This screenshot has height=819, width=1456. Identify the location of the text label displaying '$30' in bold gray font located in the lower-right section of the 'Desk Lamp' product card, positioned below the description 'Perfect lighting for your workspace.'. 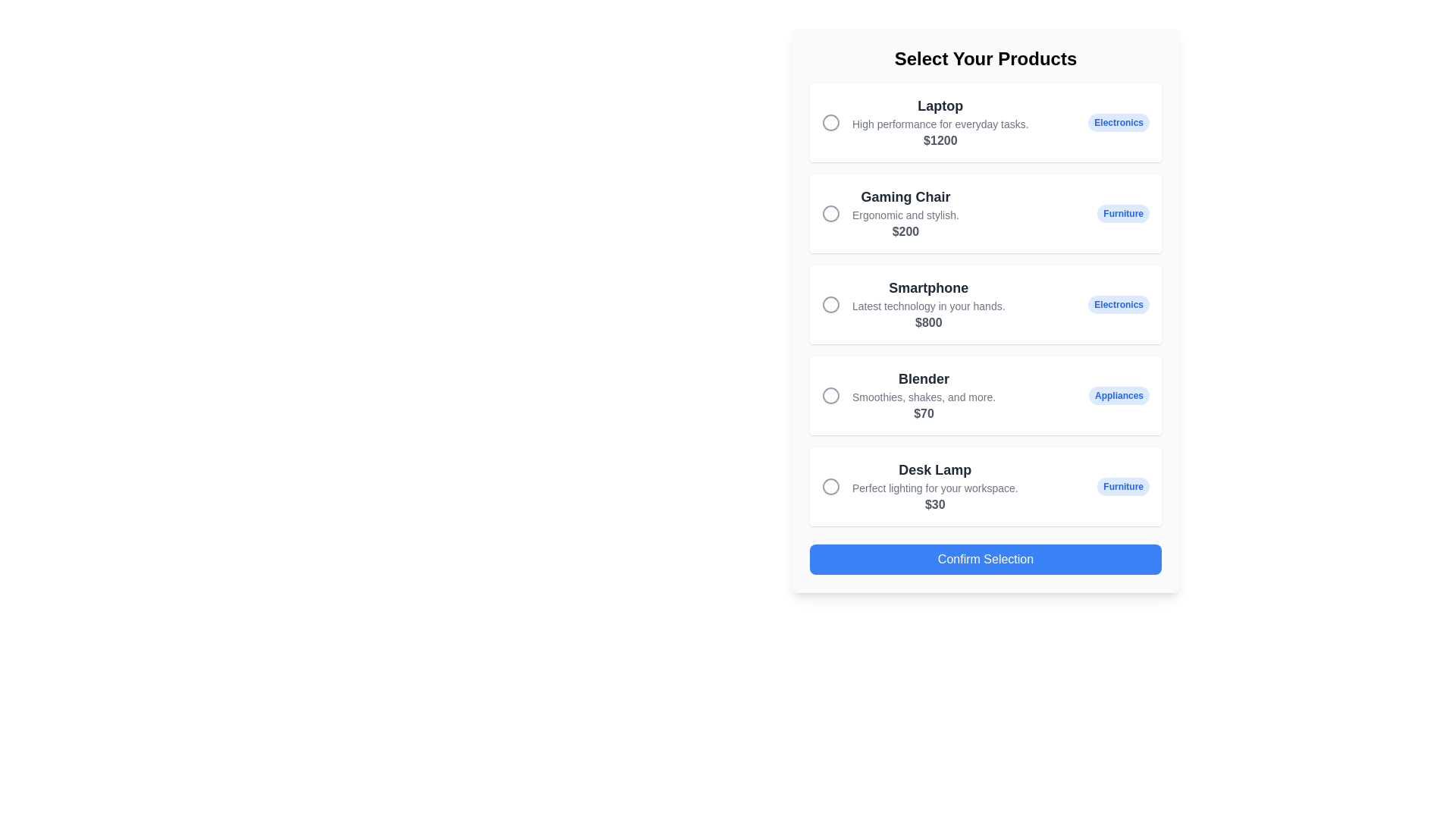
(934, 504).